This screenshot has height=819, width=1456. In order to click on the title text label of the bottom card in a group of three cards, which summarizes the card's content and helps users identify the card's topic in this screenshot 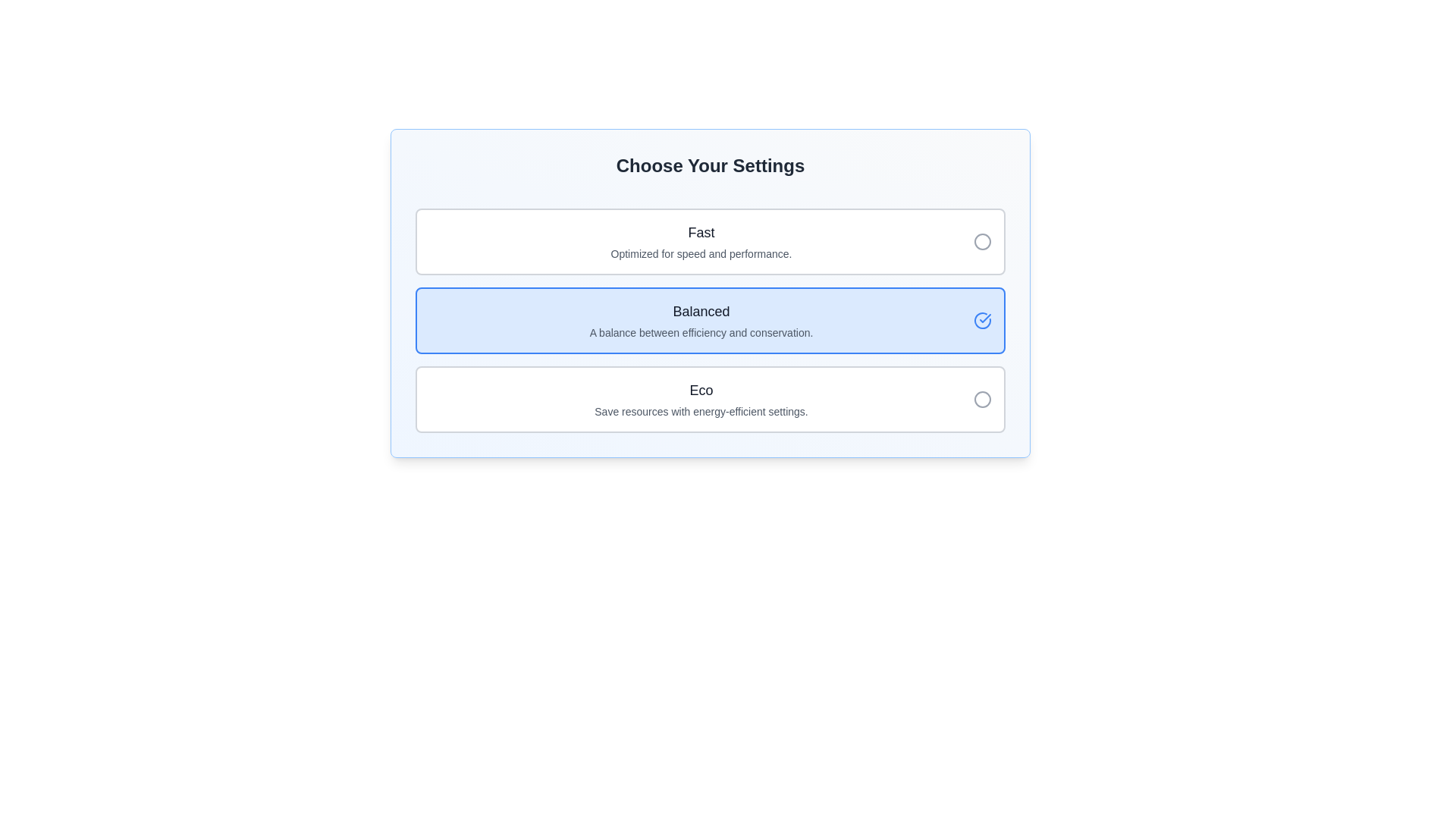, I will do `click(701, 390)`.